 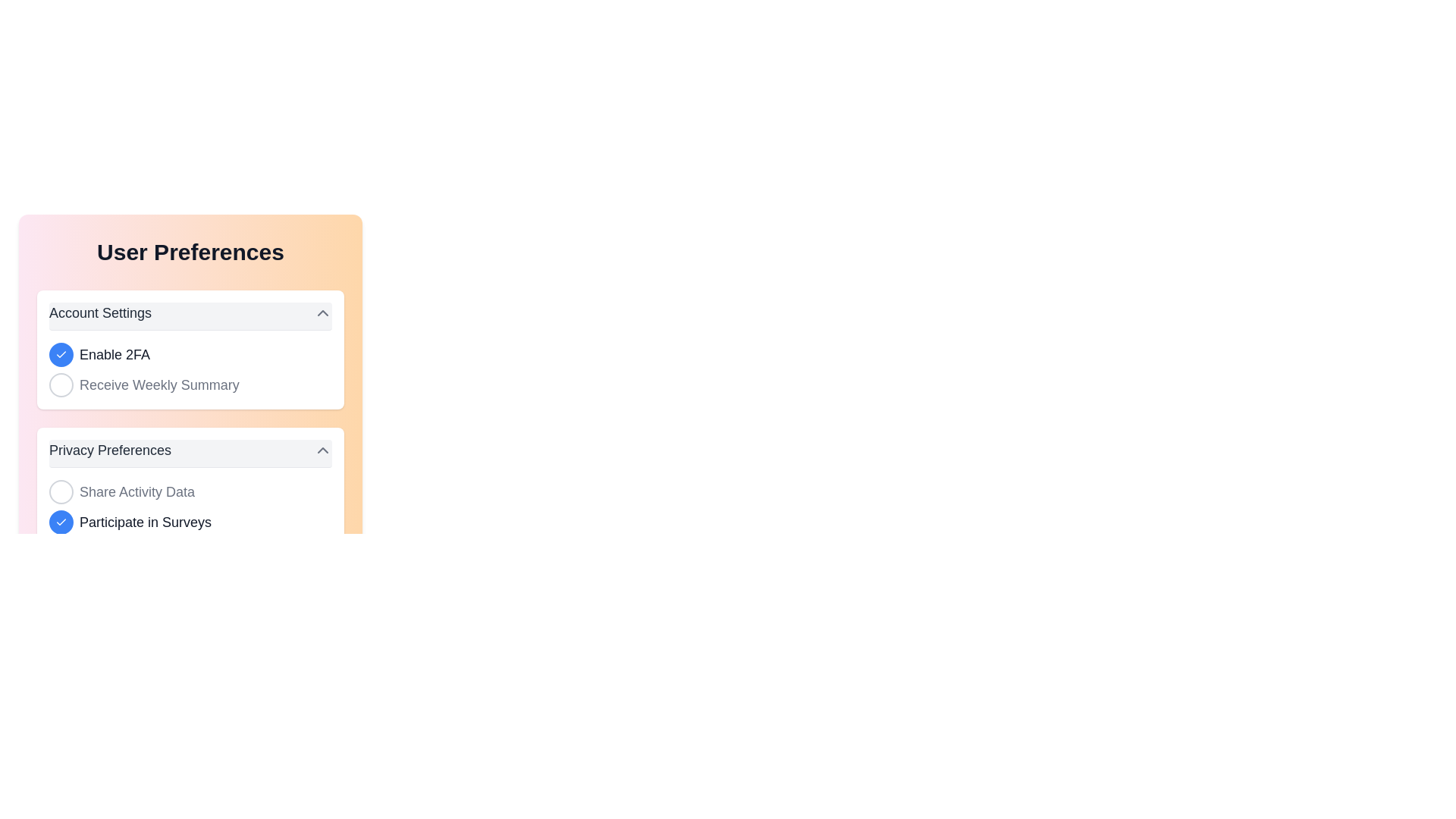 I want to click on the 'Receive Weekly Summary' option in the collapsible settings section under 'Account Settings', so click(x=190, y=350).